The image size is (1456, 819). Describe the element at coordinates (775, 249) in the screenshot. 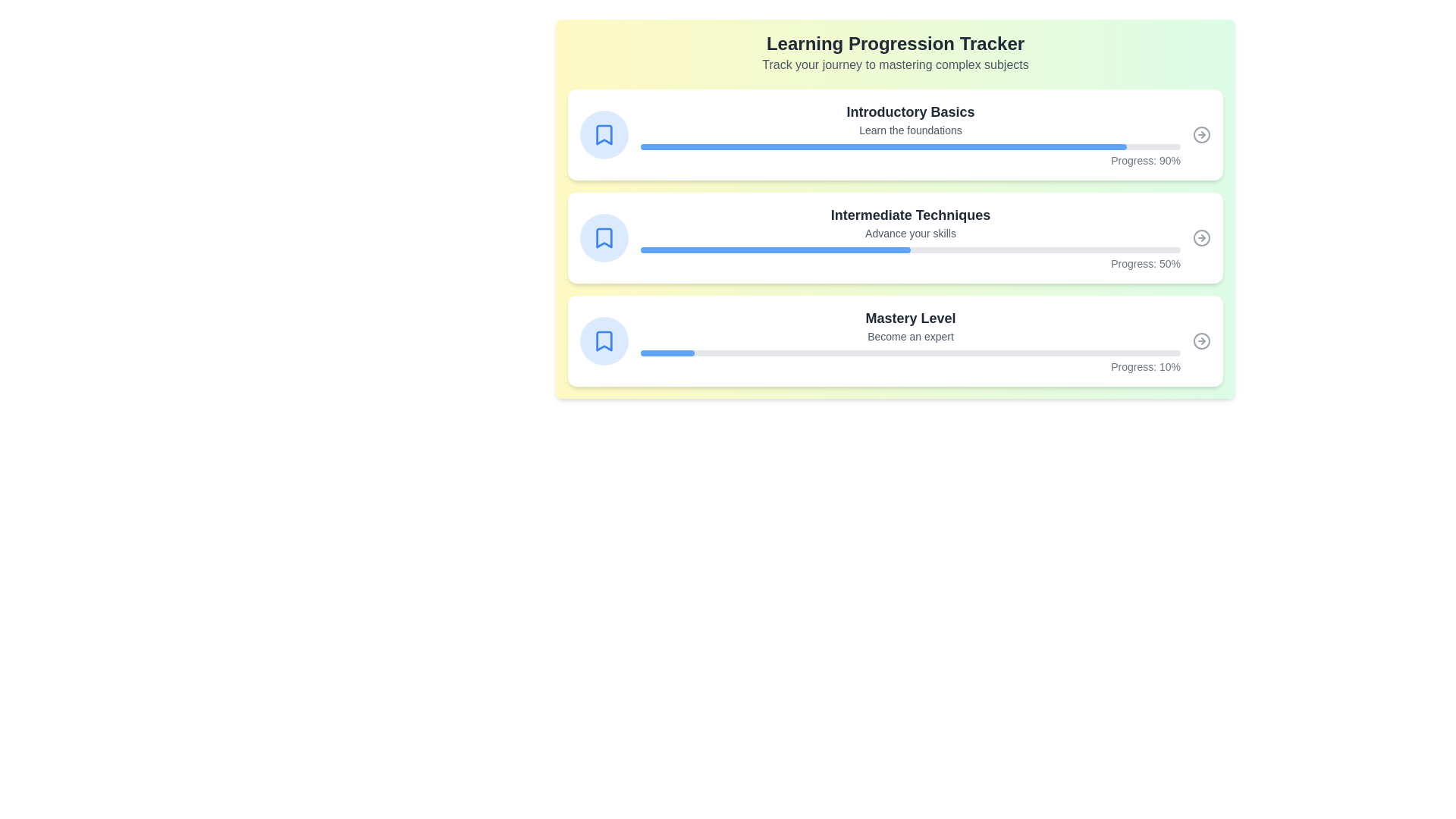

I see `the blue progress bar indicating 50% completion for the 'Intermediate Techniques' section` at that location.